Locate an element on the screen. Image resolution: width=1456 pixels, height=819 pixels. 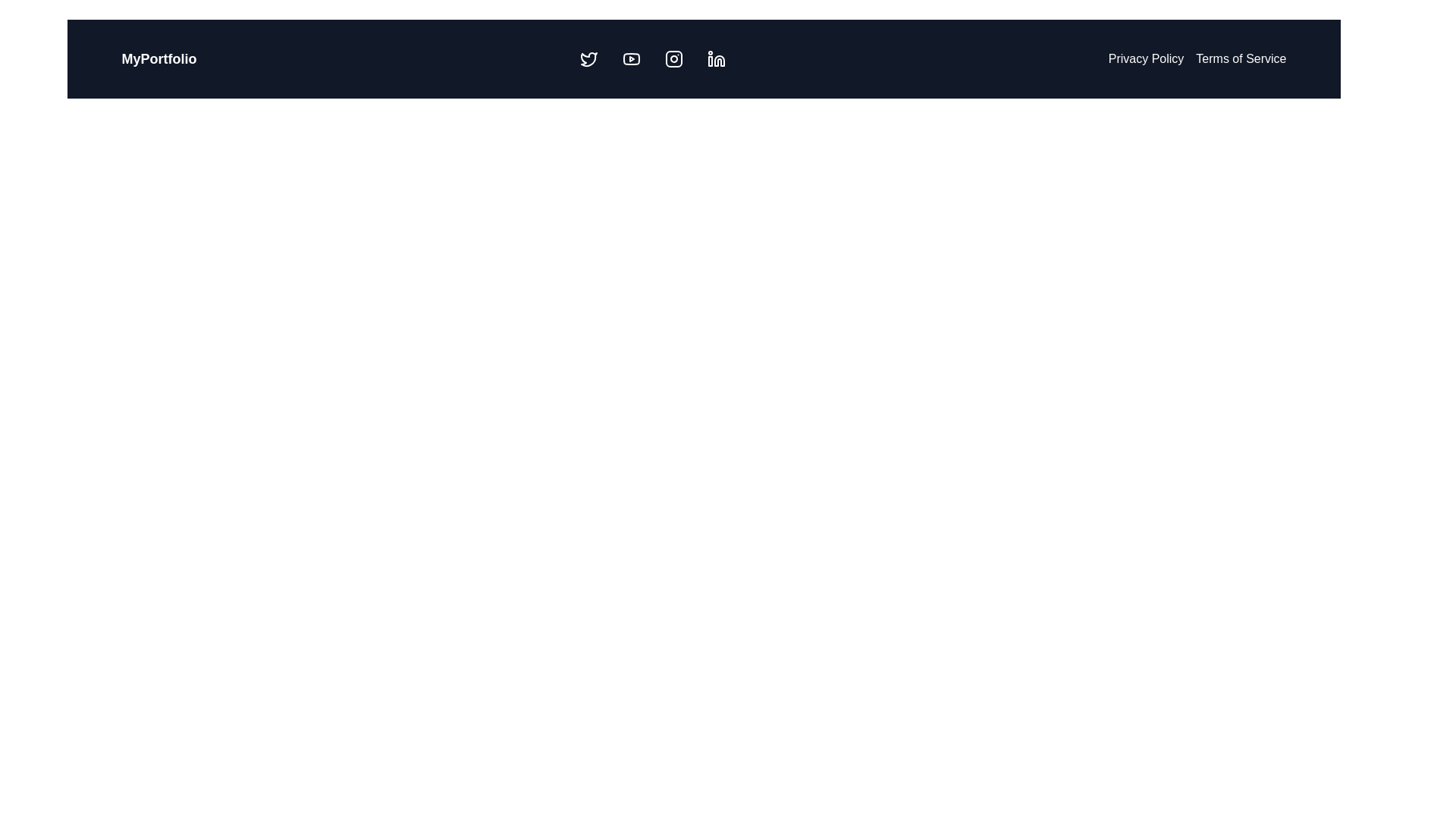
the Twitter icon located in the header navigation bar, which is positioned to the right of the logo and the text 'MyPortfolio' is located at coordinates (588, 58).